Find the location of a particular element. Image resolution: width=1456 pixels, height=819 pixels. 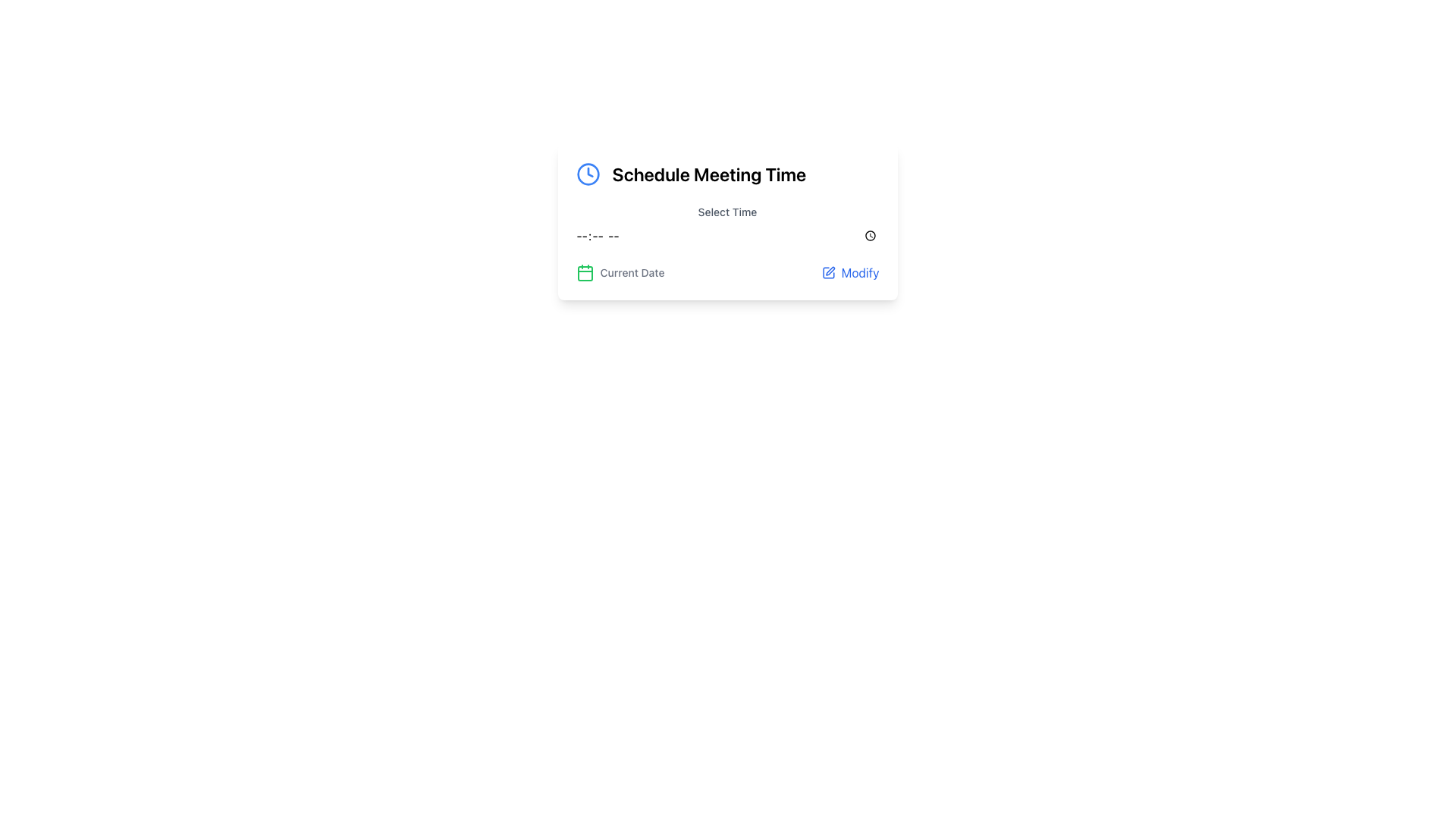

the blue clock icon is located at coordinates (587, 174).